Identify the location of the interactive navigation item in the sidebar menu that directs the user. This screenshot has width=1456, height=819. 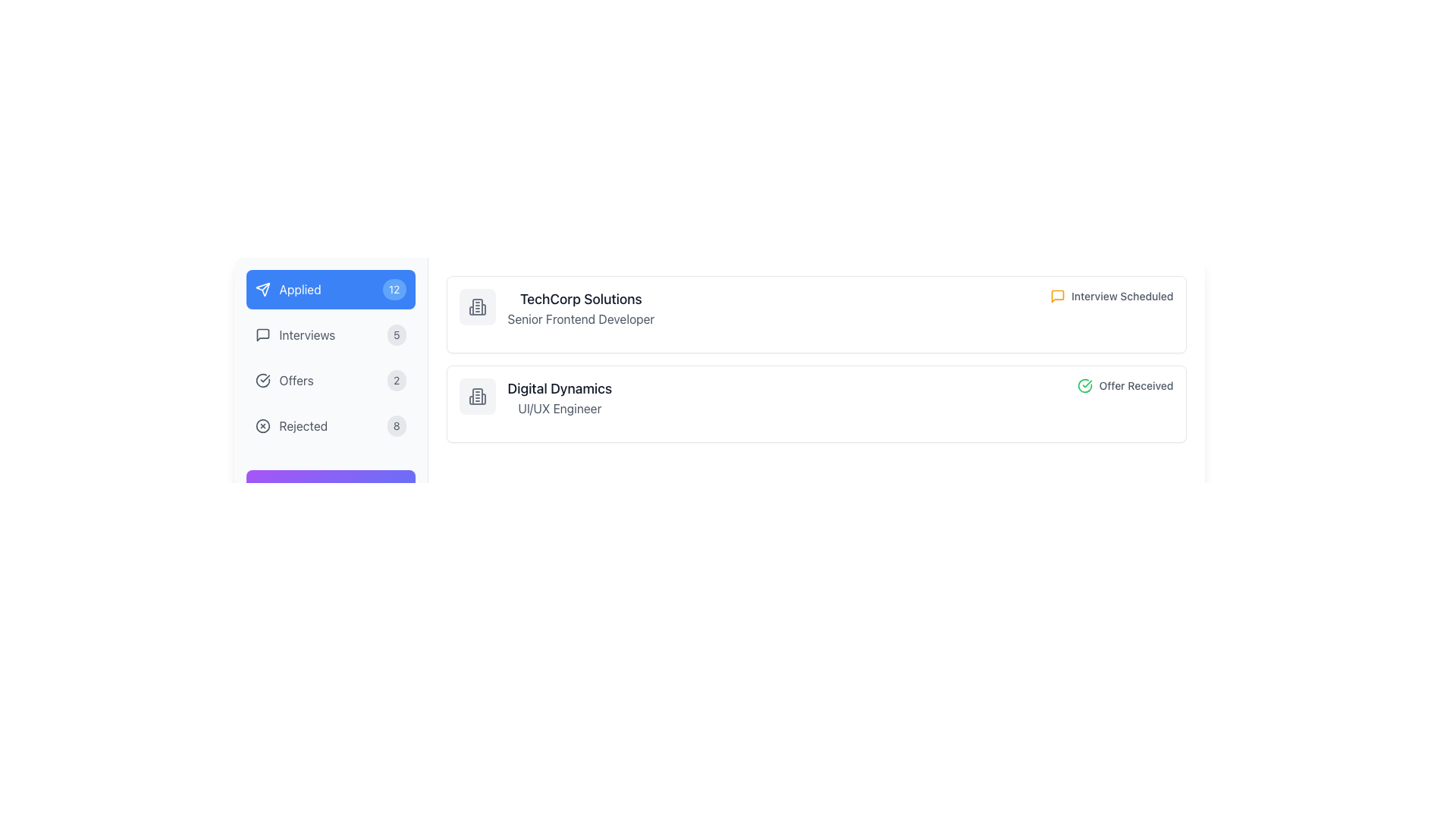
(330, 379).